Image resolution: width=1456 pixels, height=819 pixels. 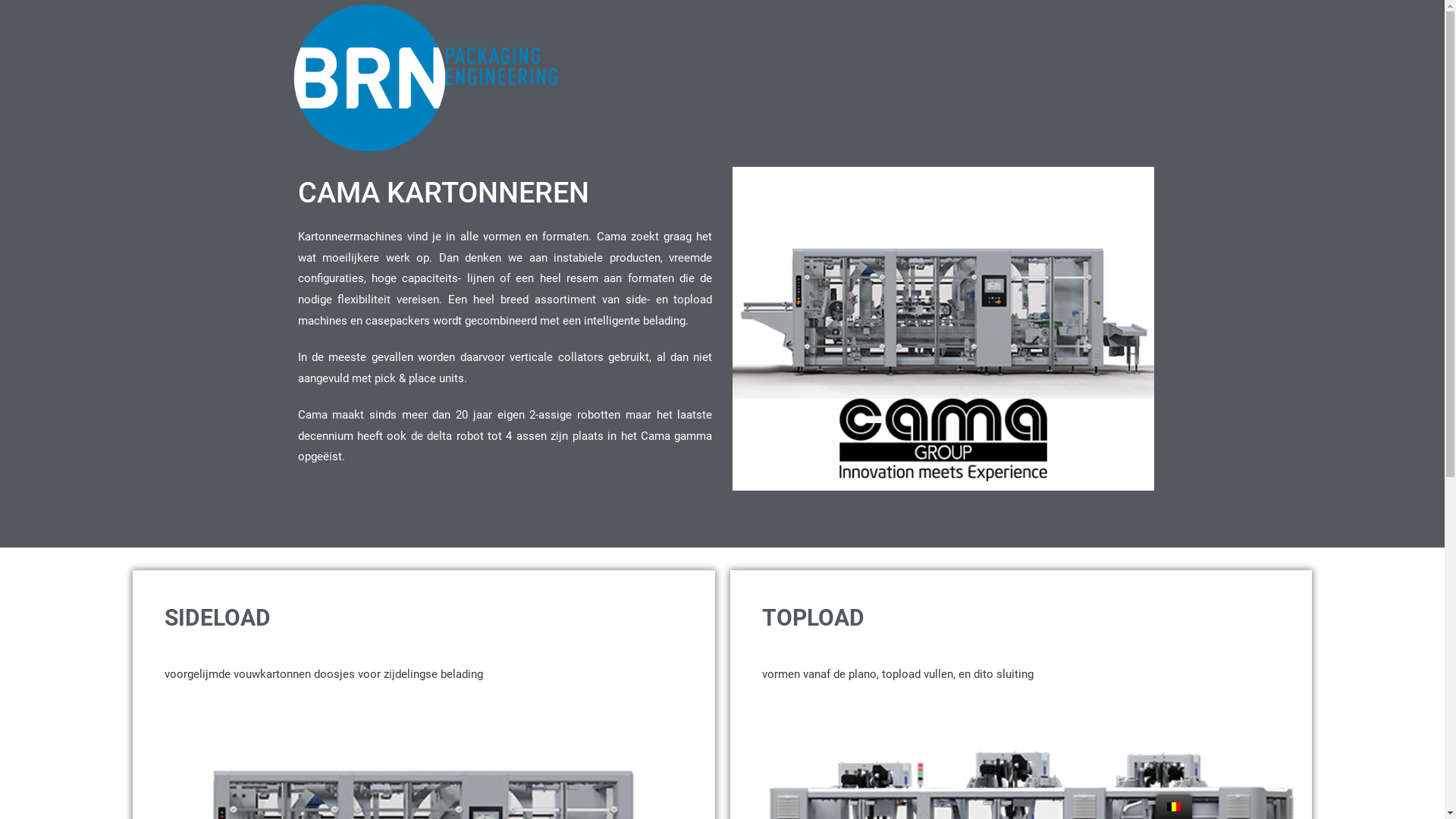 I want to click on 'CONTACT', so click(x=1107, y=55).